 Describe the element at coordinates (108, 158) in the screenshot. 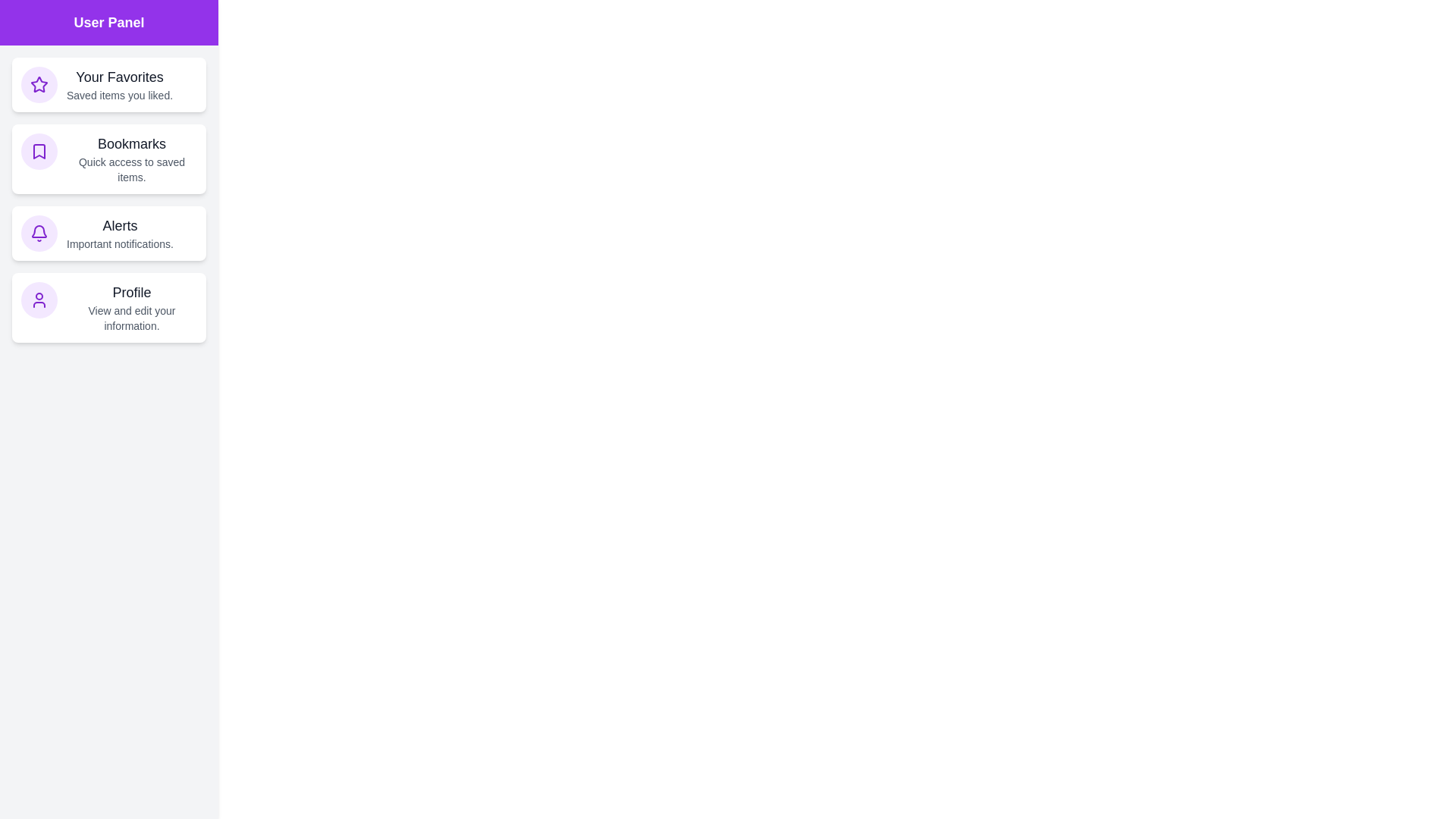

I see `the Bookmarks section of the UserInteractionDrawer` at that location.